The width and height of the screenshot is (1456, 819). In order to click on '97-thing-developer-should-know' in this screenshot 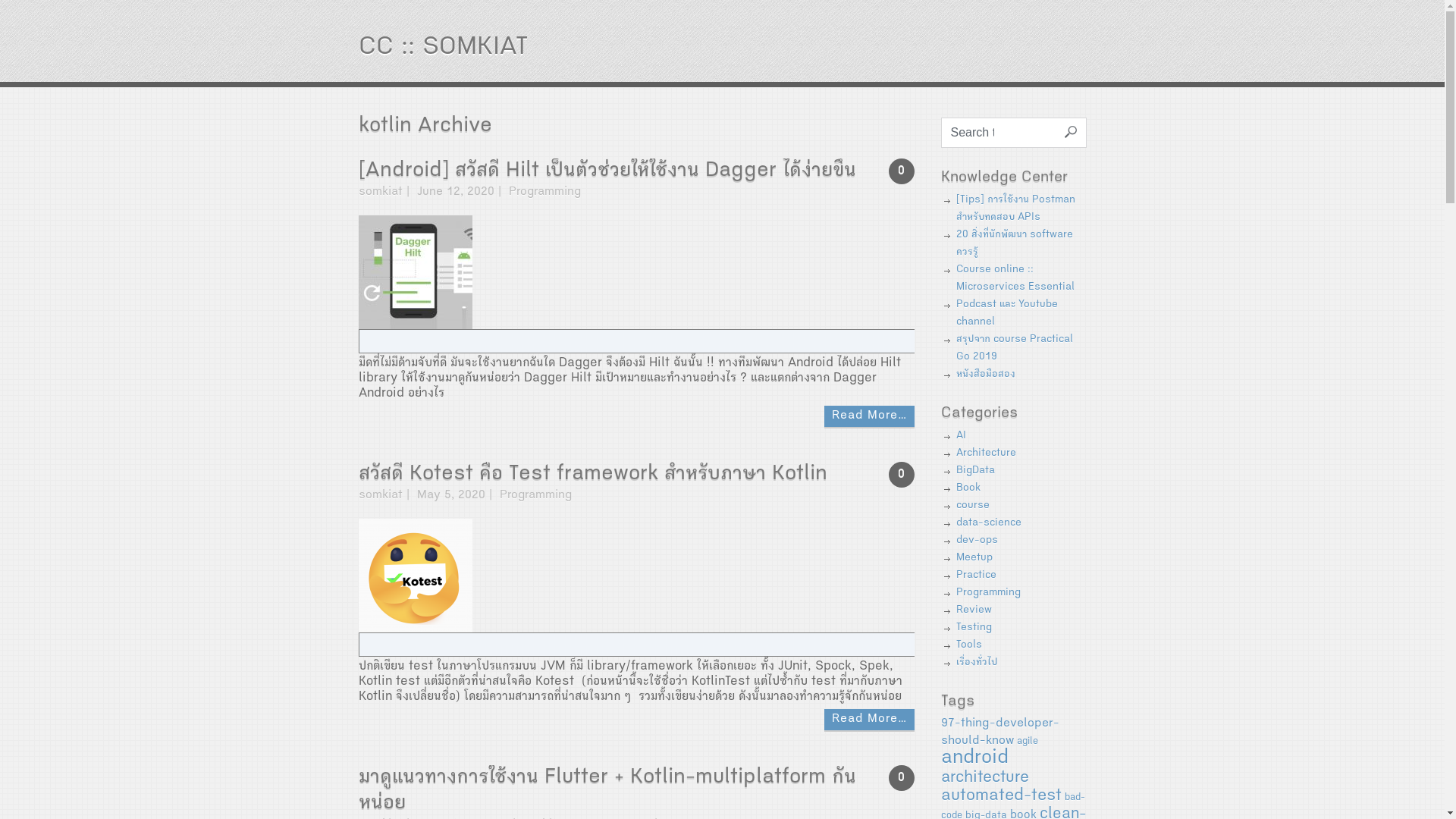, I will do `click(999, 732)`.